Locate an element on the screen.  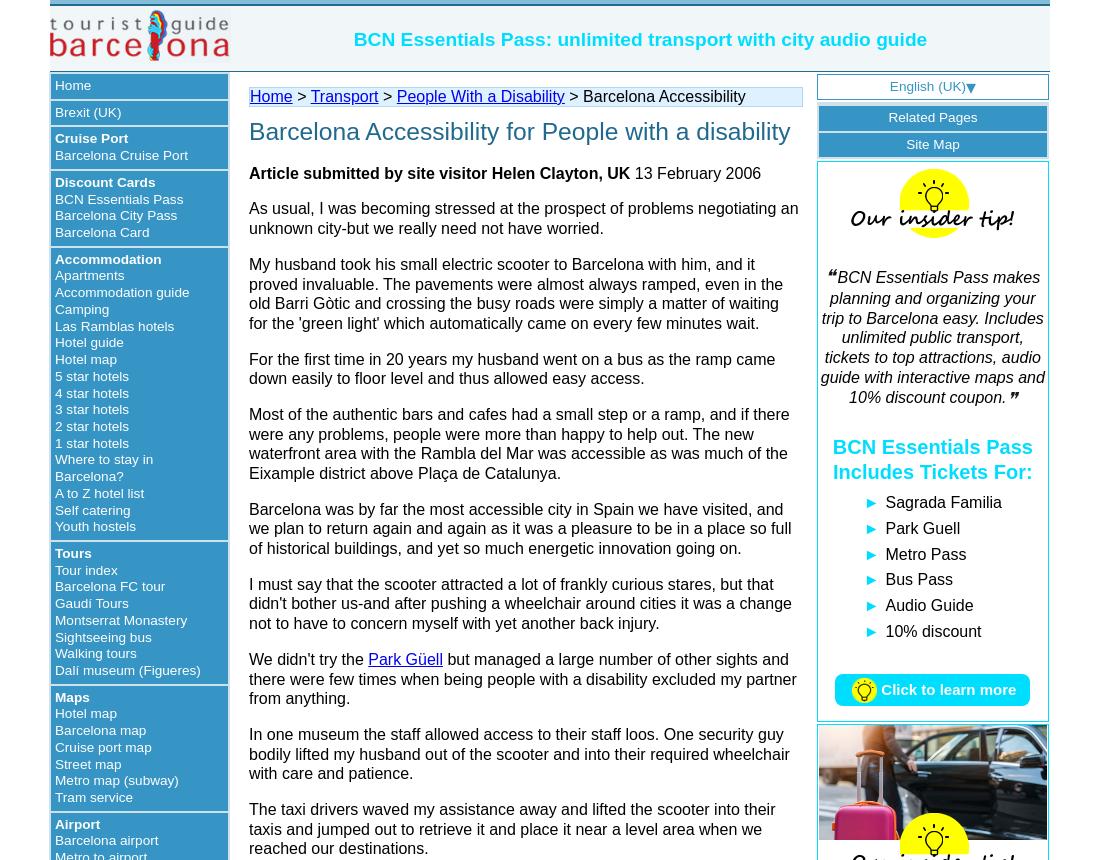
'A to Z hotel list' is located at coordinates (99, 491).